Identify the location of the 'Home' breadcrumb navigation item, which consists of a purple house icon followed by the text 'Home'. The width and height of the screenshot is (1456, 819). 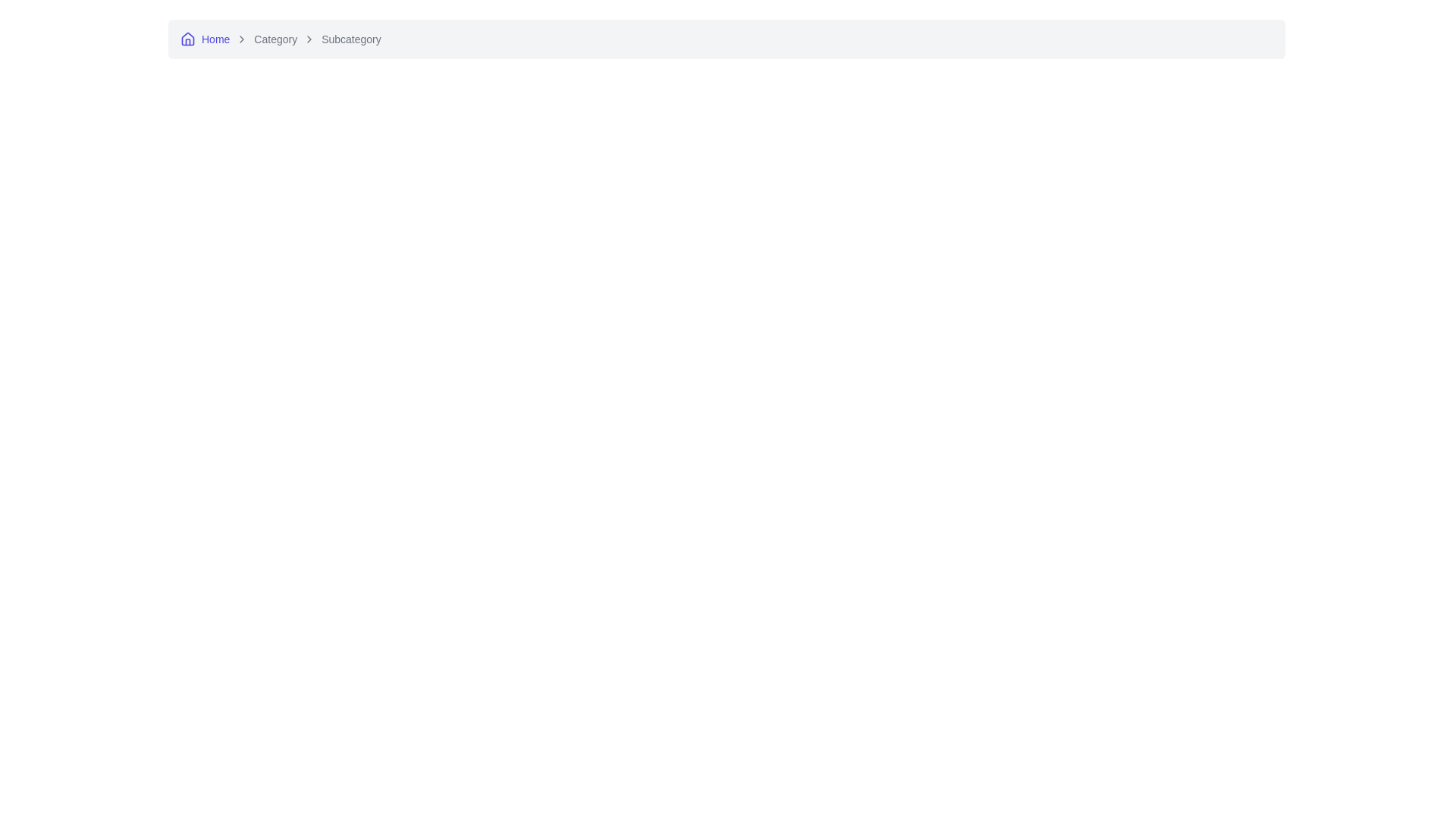
(204, 38).